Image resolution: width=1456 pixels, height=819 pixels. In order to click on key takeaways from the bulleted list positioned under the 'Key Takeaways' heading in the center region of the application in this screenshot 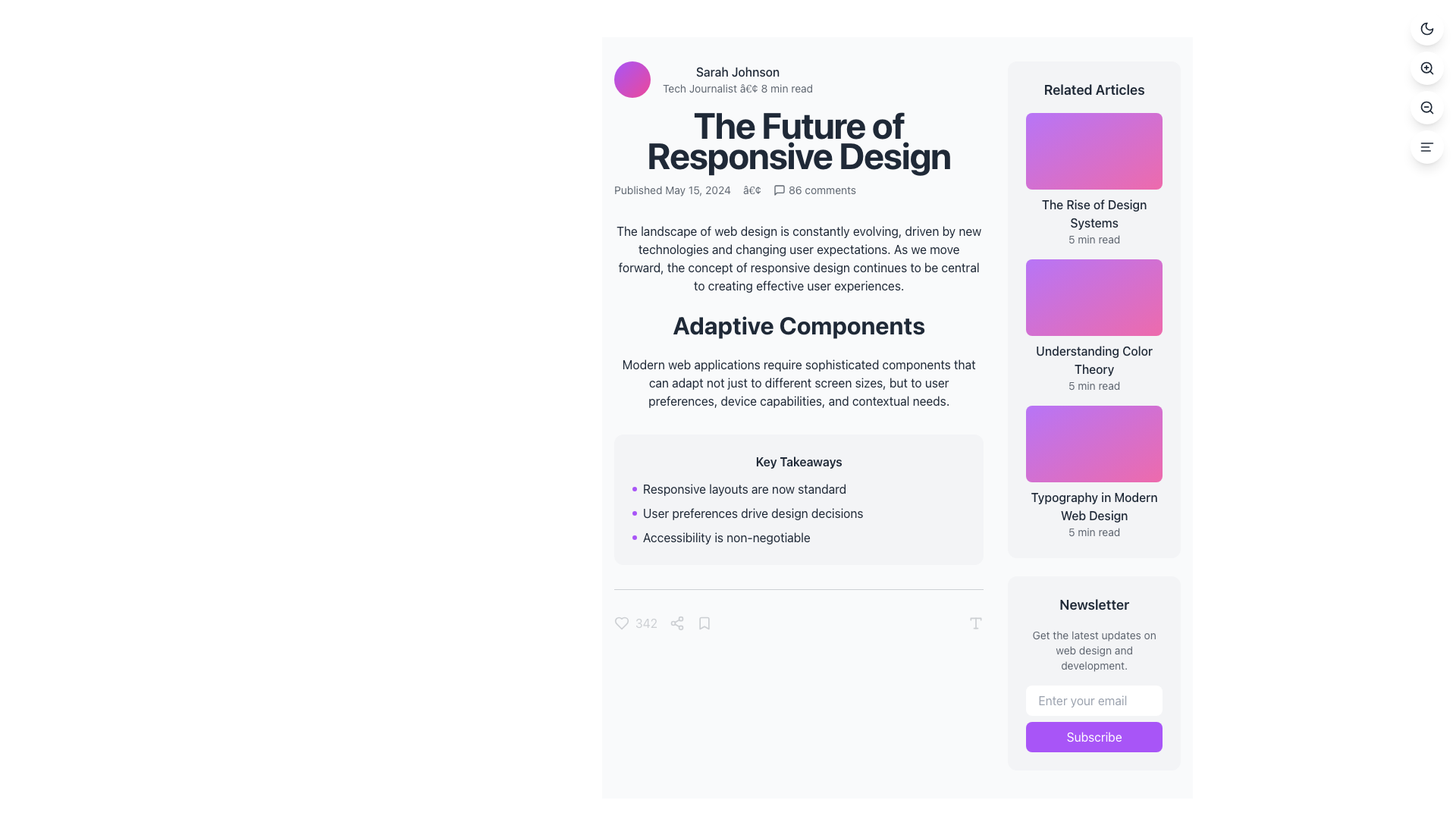, I will do `click(798, 513)`.